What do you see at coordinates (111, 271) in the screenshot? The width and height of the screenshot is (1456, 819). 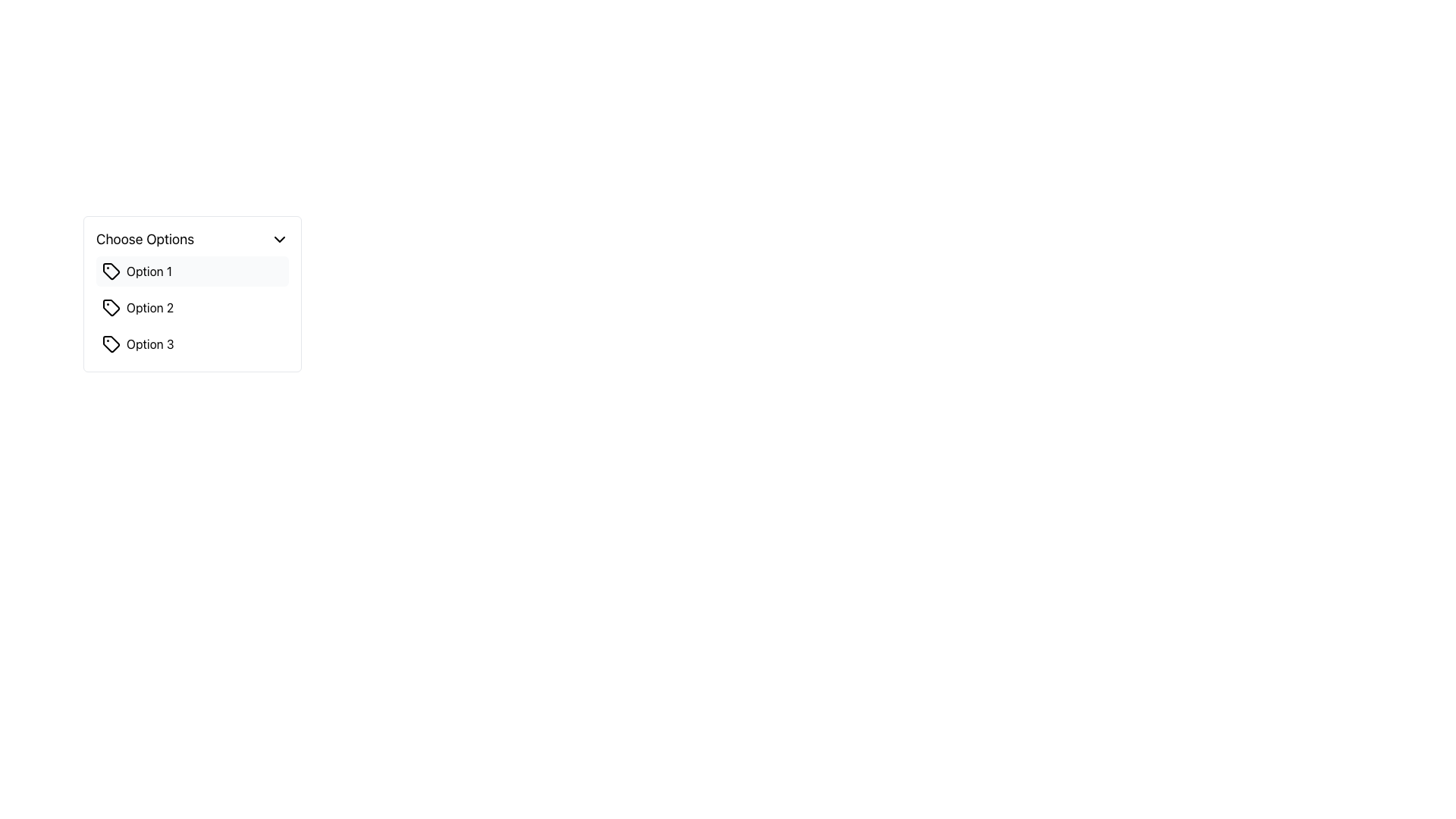 I see `the tag-shaped icon in the first option of the 'Choose Options' dropdown menu, located to the left of 'Option 1'` at bounding box center [111, 271].